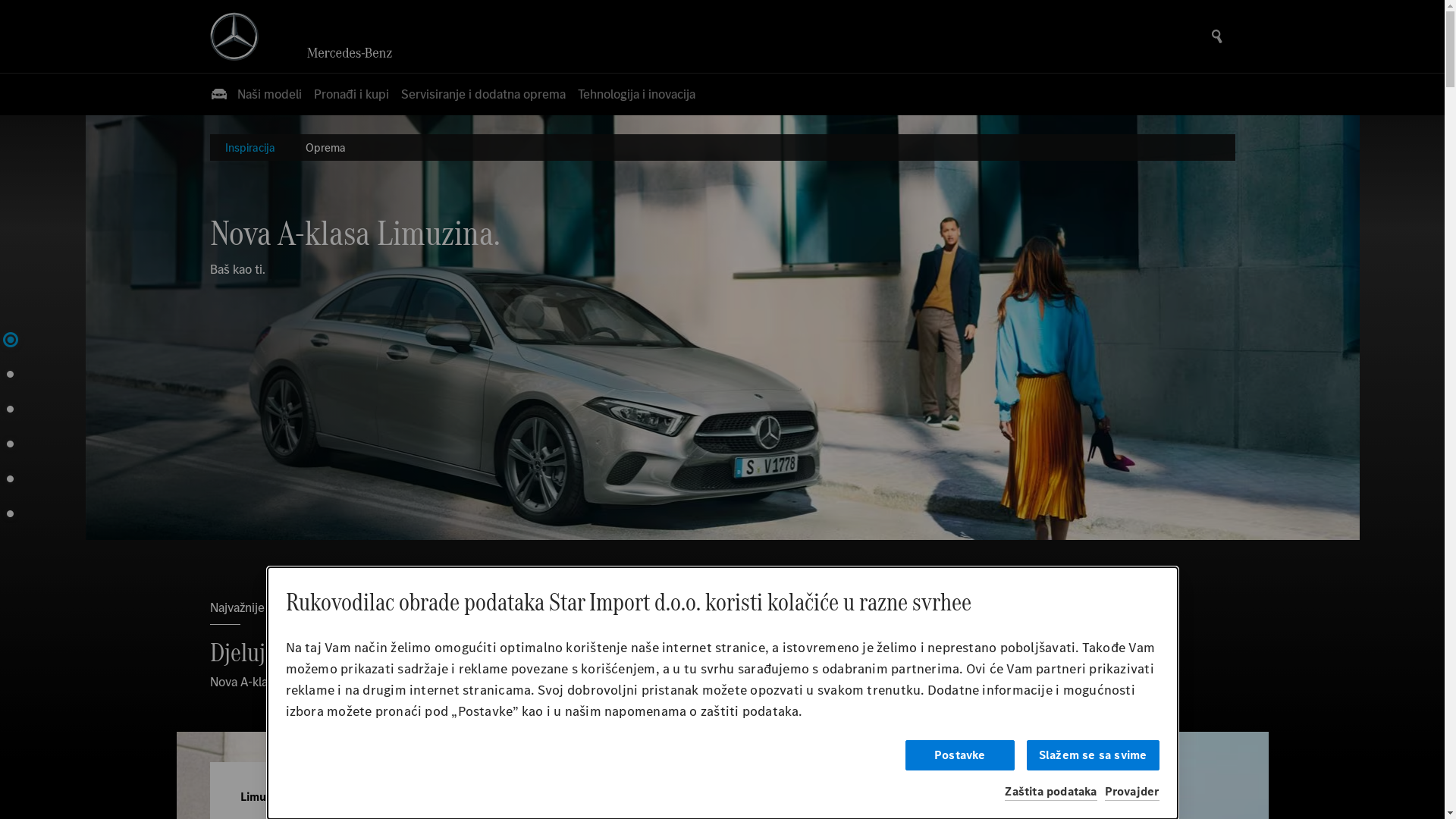 Image resolution: width=1456 pixels, height=819 pixels. I want to click on 'Tehnologija i inovacija', so click(570, 93).